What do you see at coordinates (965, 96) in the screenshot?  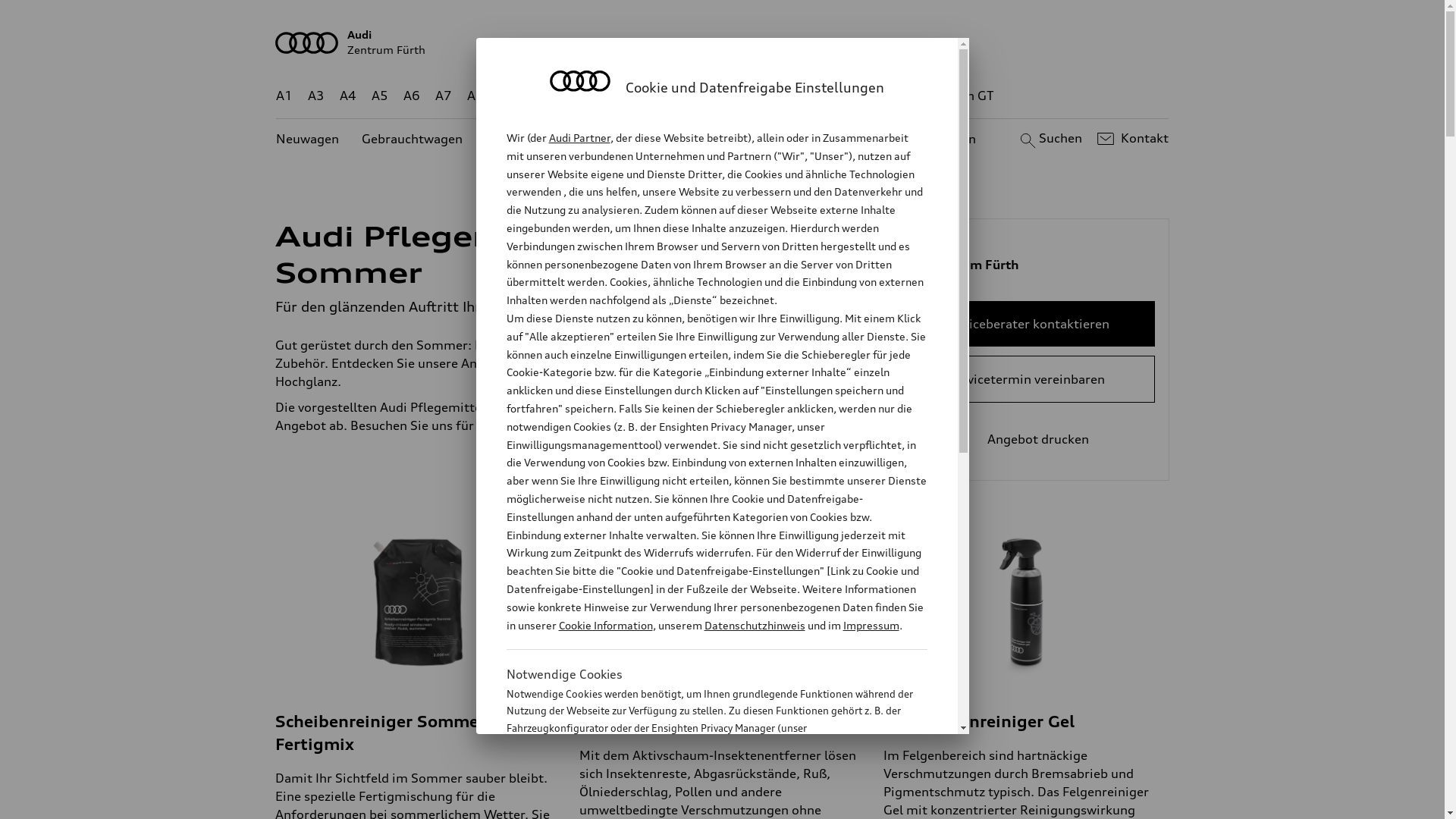 I see `'e-tron GT'` at bounding box center [965, 96].